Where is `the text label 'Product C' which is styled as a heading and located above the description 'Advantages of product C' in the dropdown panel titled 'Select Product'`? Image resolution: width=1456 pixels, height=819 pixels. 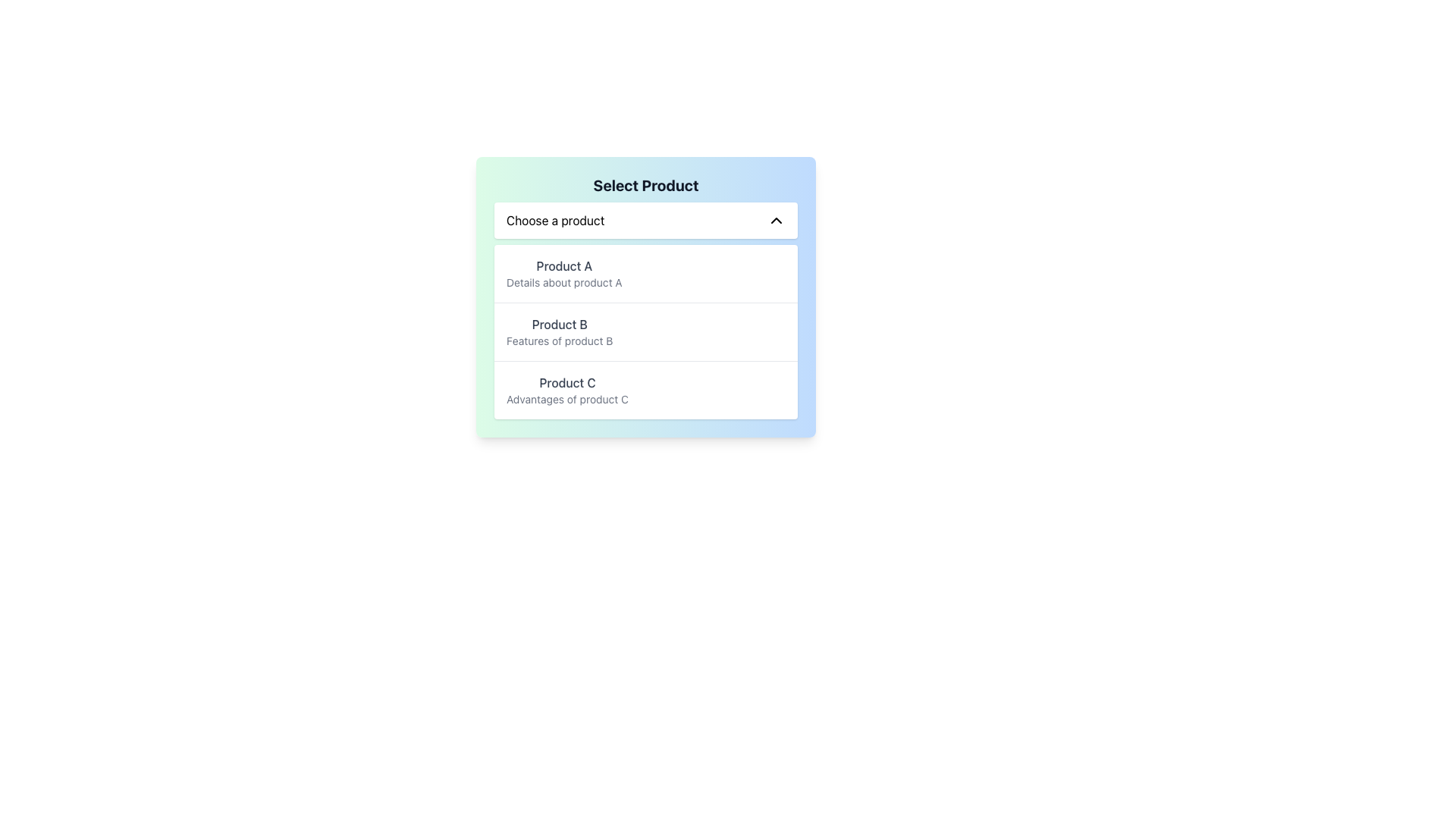
the text label 'Product C' which is styled as a heading and located above the description 'Advantages of product C' in the dropdown panel titled 'Select Product' is located at coordinates (566, 382).